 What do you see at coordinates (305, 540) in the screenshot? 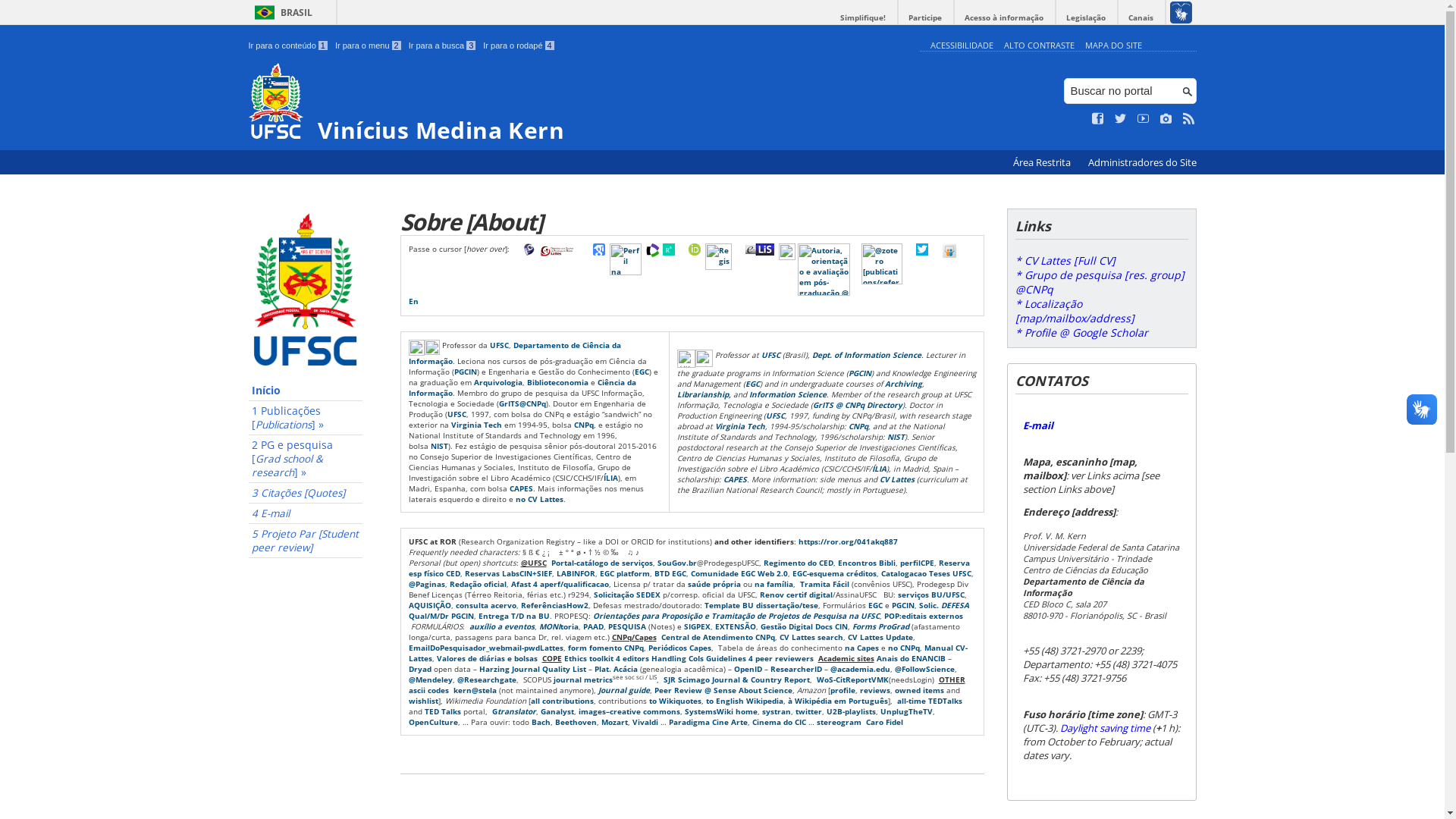
I see `'5 Projeto Par [Student peer review]'` at bounding box center [305, 540].